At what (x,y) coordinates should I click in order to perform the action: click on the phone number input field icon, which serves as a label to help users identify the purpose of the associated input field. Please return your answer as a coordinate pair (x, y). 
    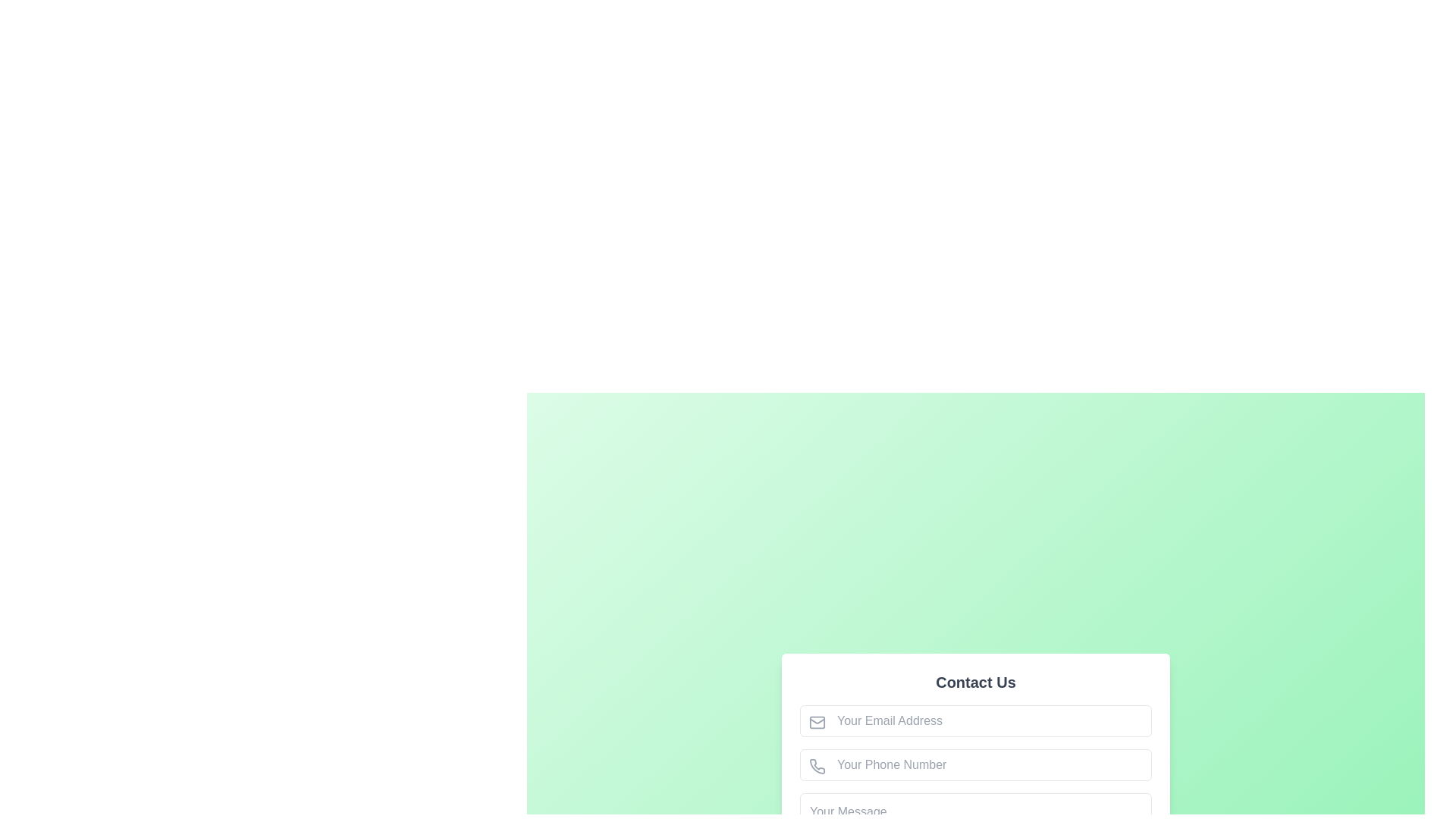
    Looking at the image, I should click on (817, 766).